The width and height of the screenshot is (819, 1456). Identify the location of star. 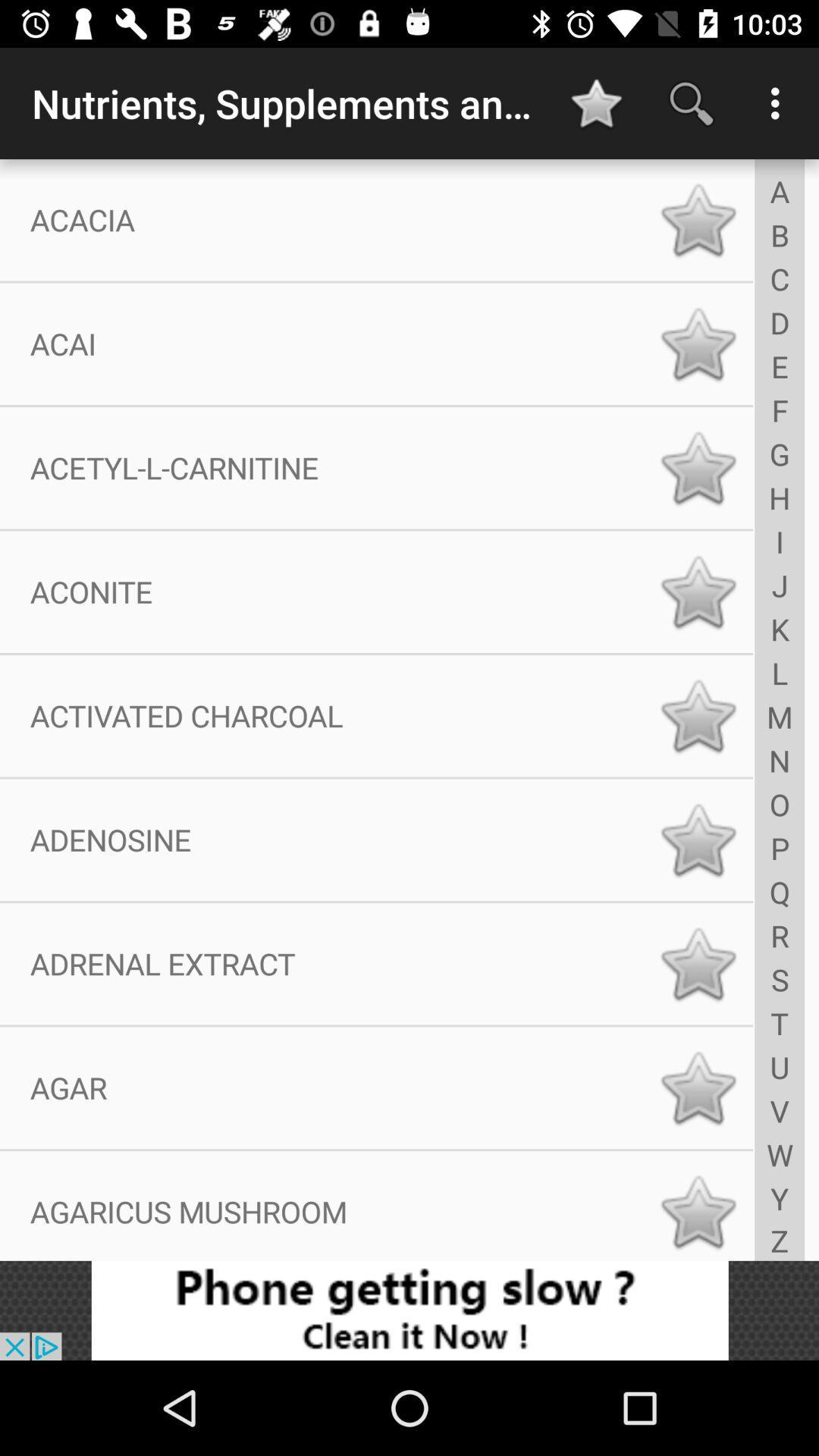
(698, 219).